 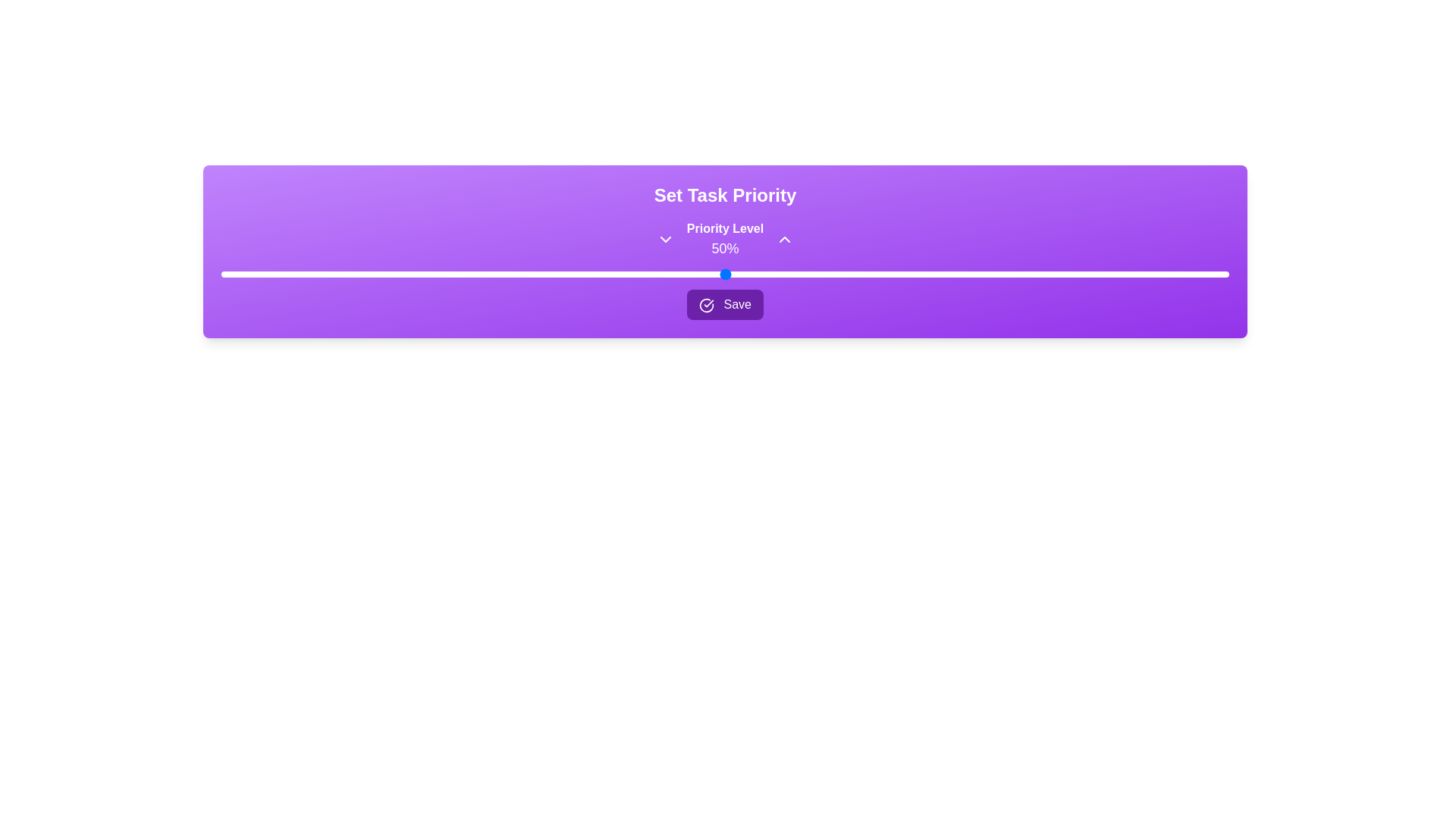 I want to click on the static text label displaying the current percentage value for the priority level, located directly below the 'Priority Level' text within the purple header section, so click(x=724, y=247).